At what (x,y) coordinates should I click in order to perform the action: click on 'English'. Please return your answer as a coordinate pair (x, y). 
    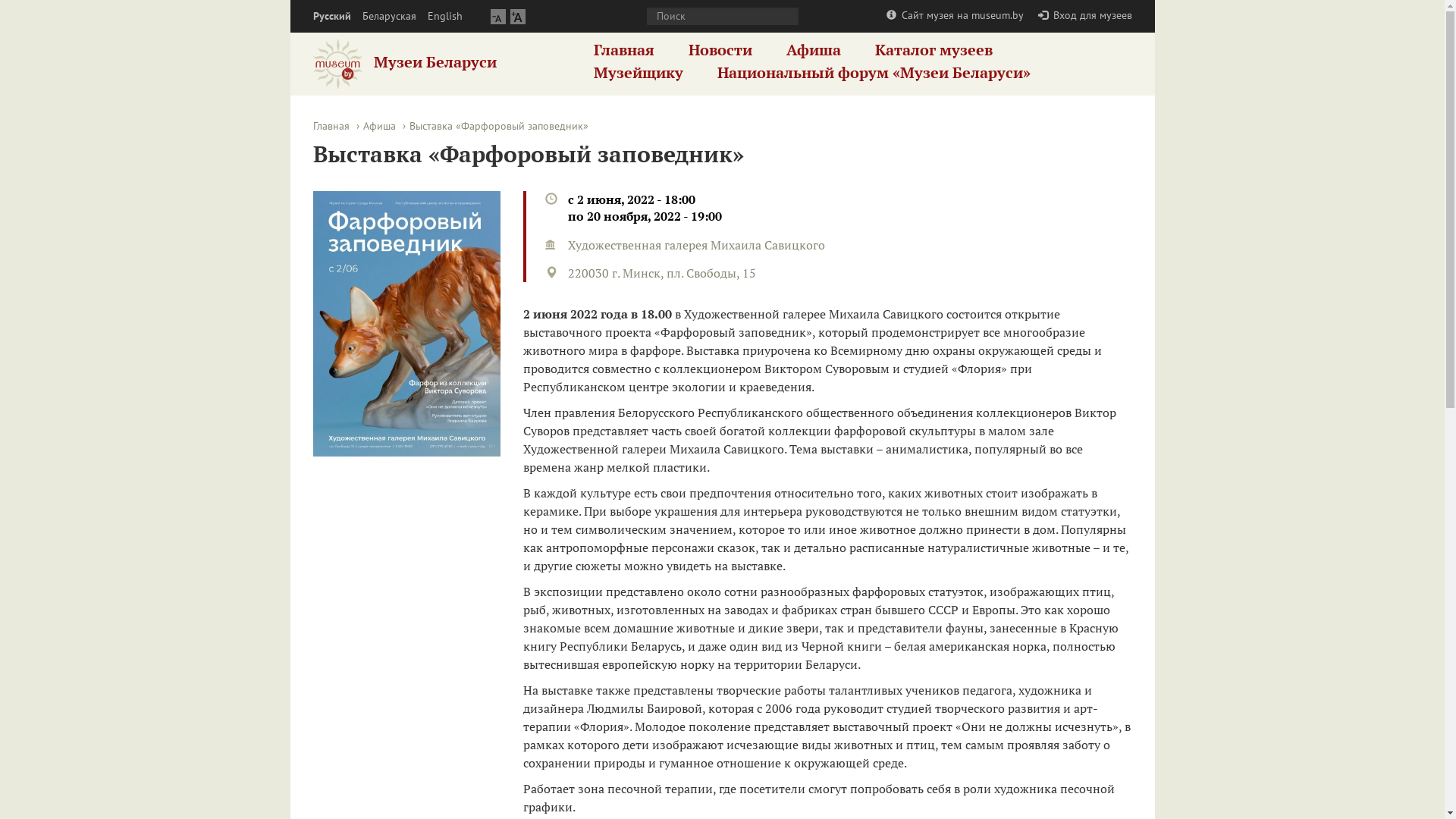
    Looking at the image, I should click on (444, 16).